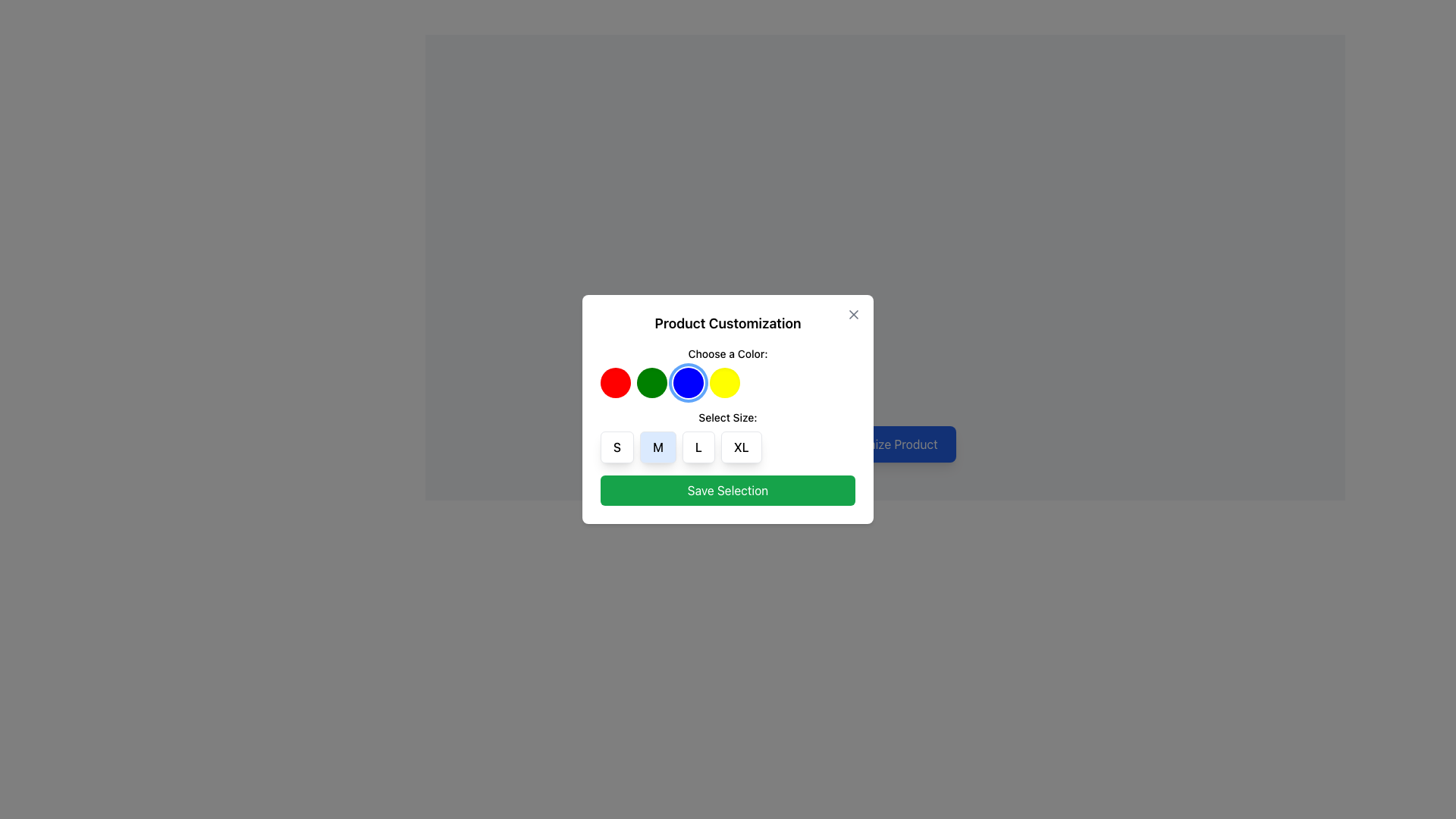 The width and height of the screenshot is (1456, 819). I want to click on the rightmost circular color selection button to choose the yellow color option in the 'Product Customization' panel, so click(723, 382).